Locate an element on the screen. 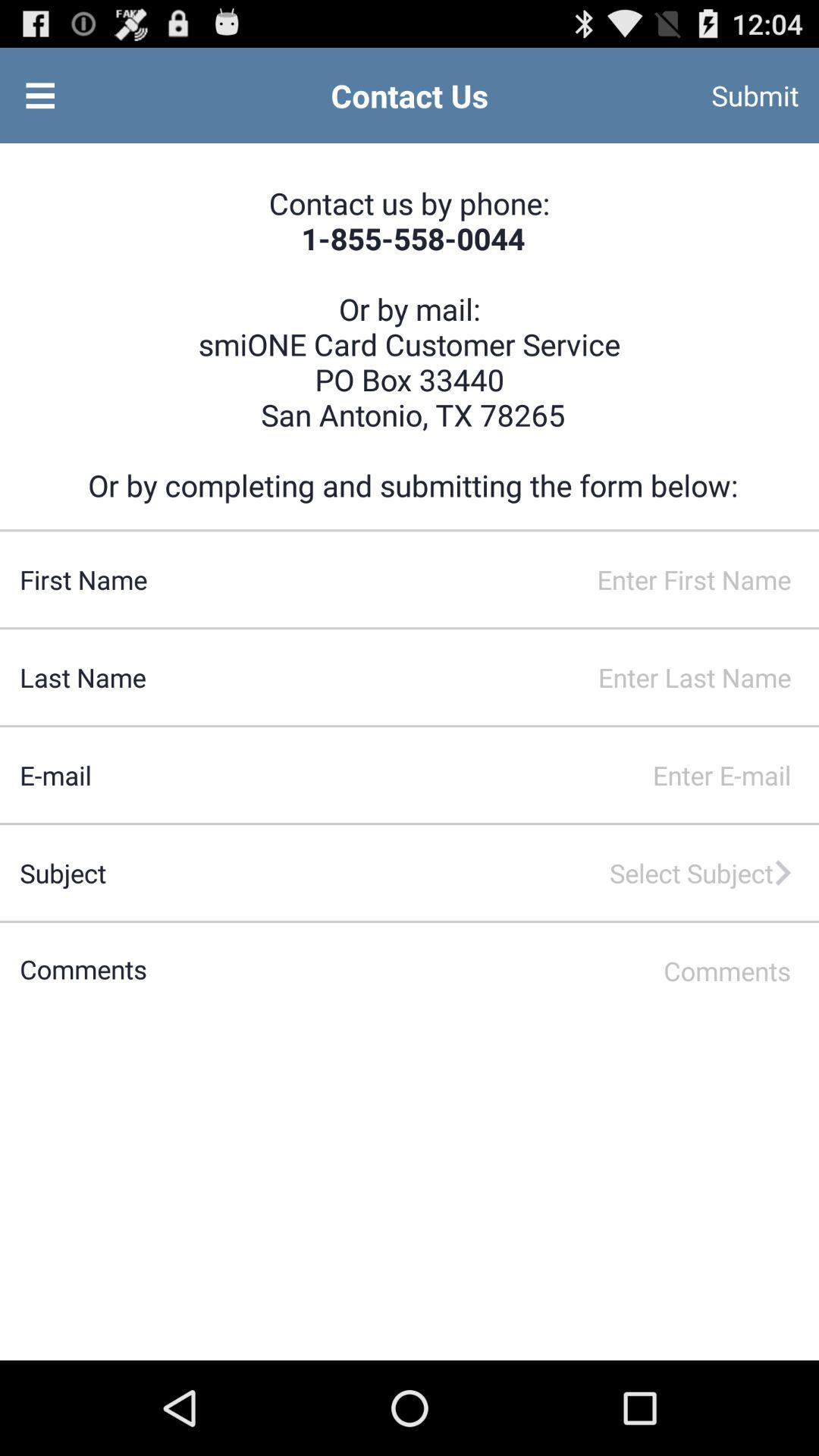 The width and height of the screenshot is (819, 1456). input name is located at coordinates (483, 579).